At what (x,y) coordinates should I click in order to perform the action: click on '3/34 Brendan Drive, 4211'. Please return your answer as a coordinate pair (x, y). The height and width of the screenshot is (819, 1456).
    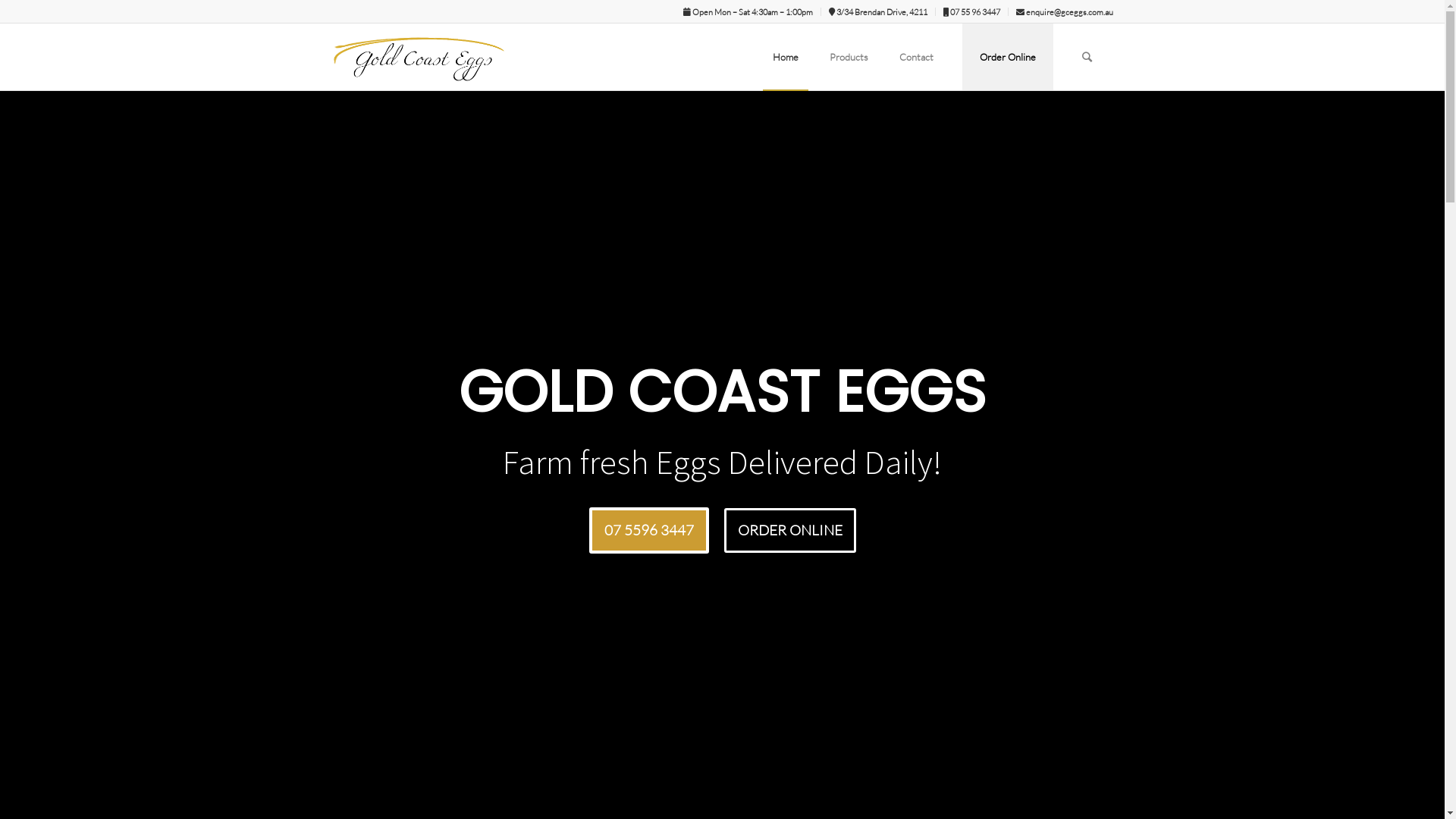
    Looking at the image, I should click on (877, 11).